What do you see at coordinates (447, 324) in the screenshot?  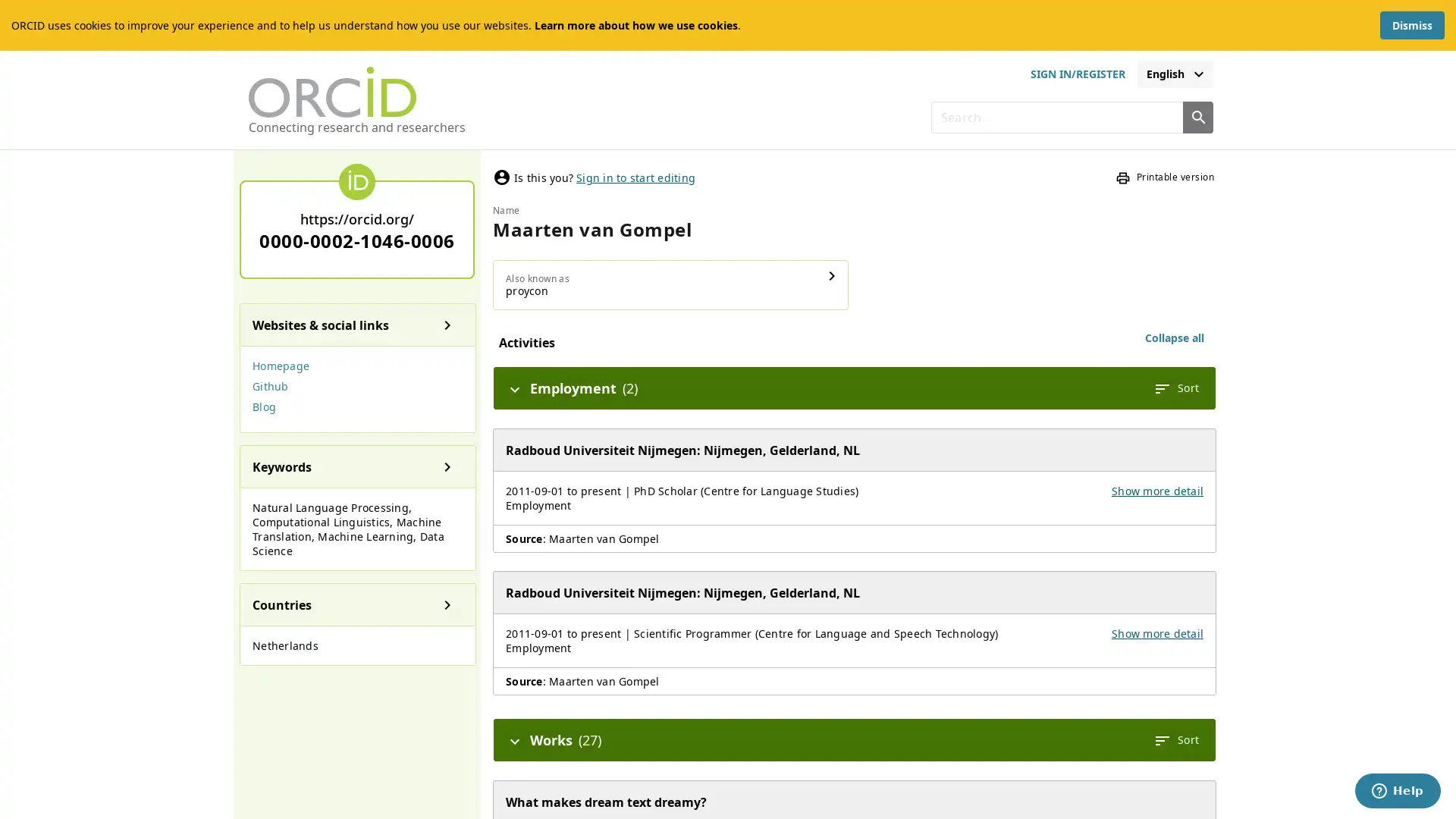 I see `Show details` at bounding box center [447, 324].